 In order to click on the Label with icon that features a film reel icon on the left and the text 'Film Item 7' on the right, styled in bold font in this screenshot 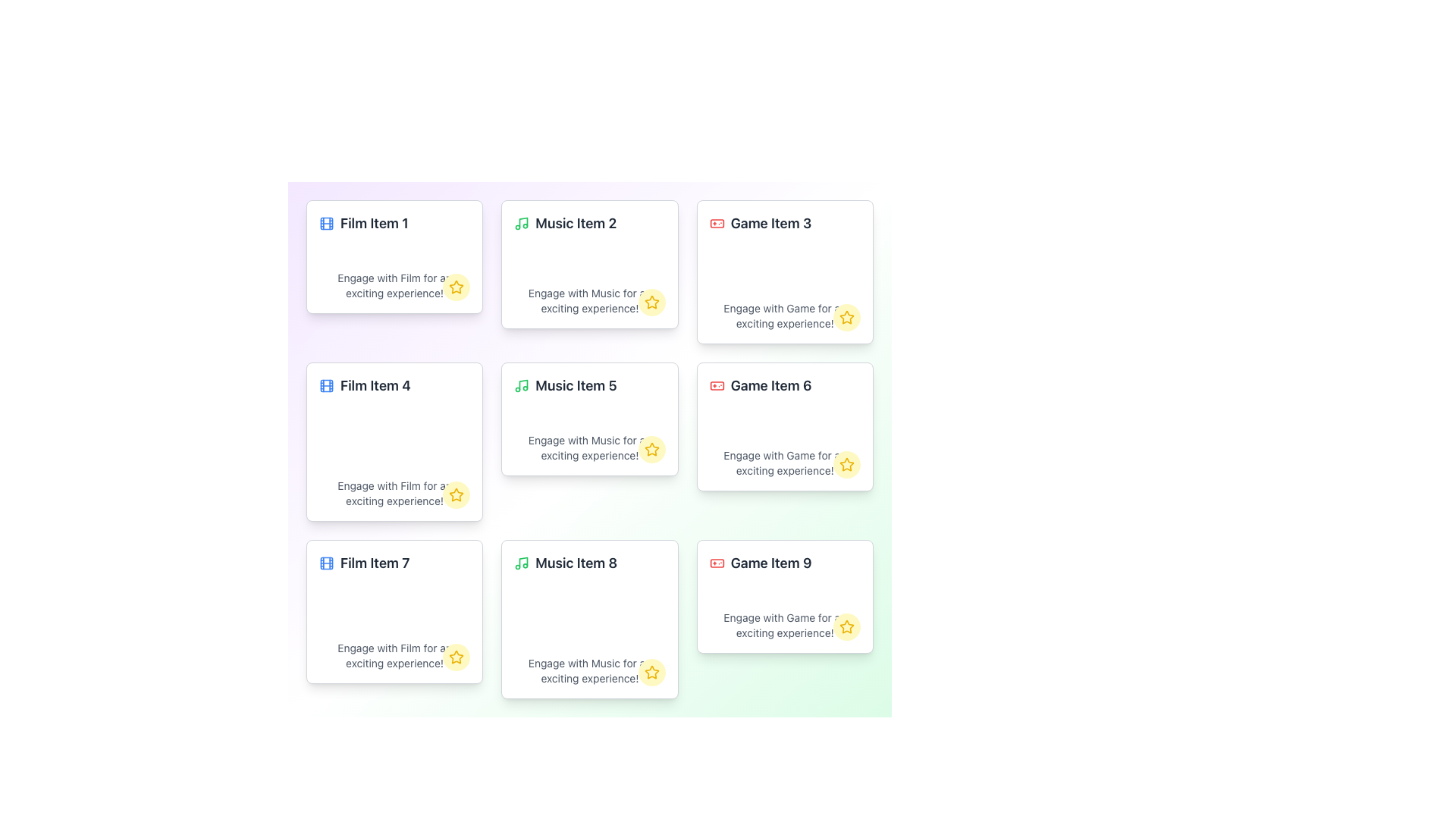, I will do `click(394, 563)`.